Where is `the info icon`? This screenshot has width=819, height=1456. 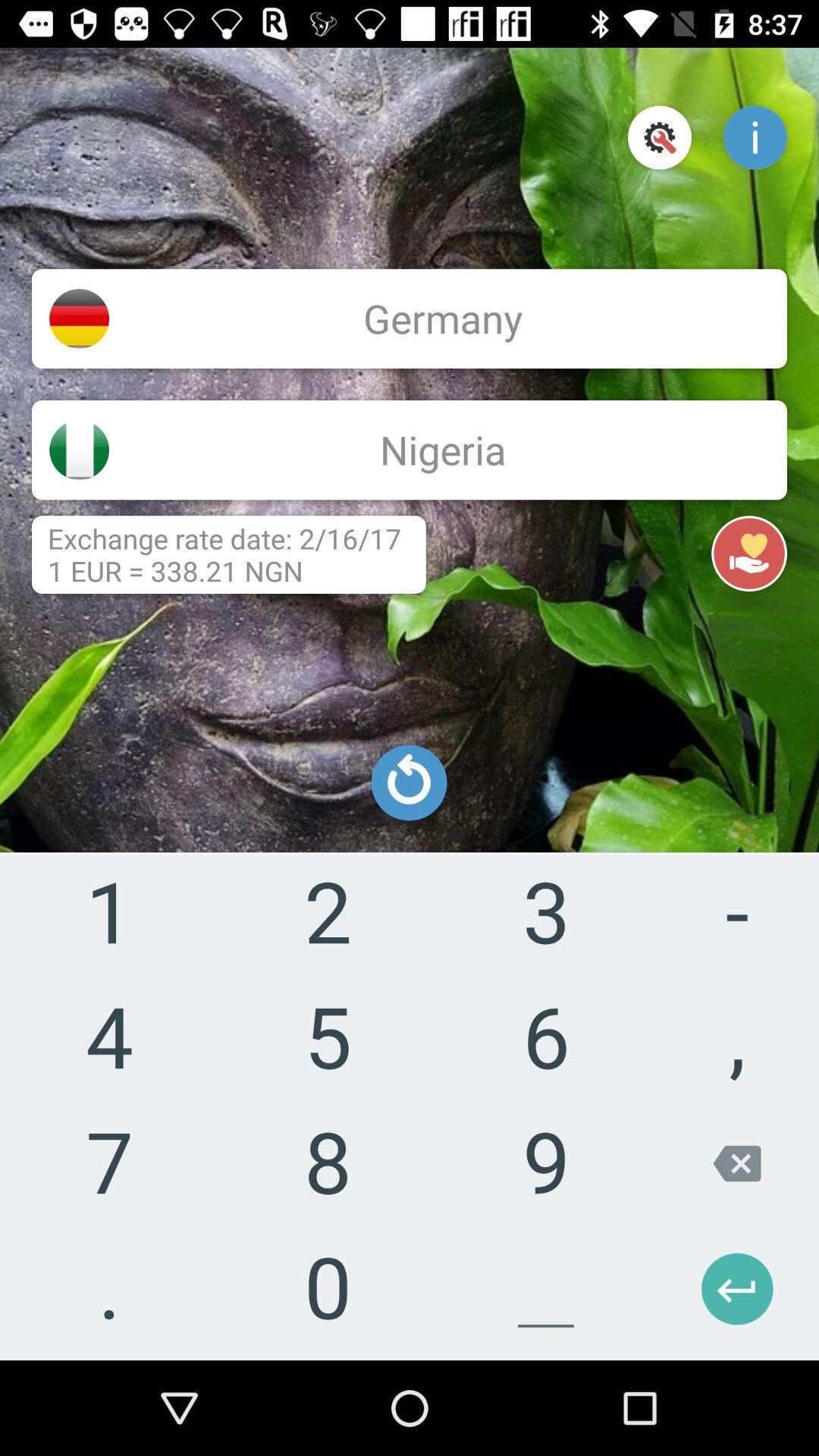 the info icon is located at coordinates (755, 137).